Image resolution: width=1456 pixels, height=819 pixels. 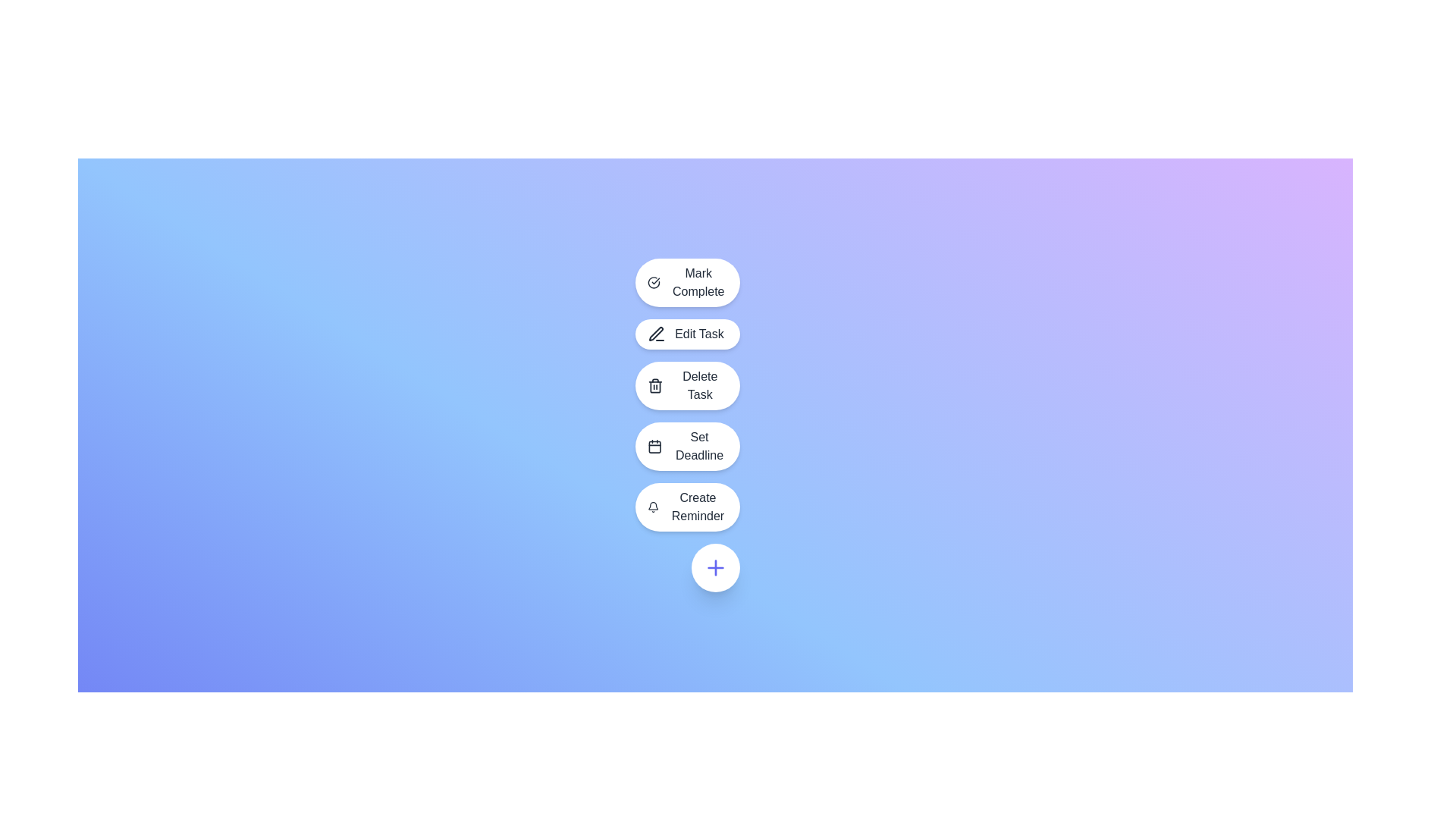 What do you see at coordinates (714, 567) in the screenshot?
I see `the central icon within the circular button at the bottom of the vertical list` at bounding box center [714, 567].